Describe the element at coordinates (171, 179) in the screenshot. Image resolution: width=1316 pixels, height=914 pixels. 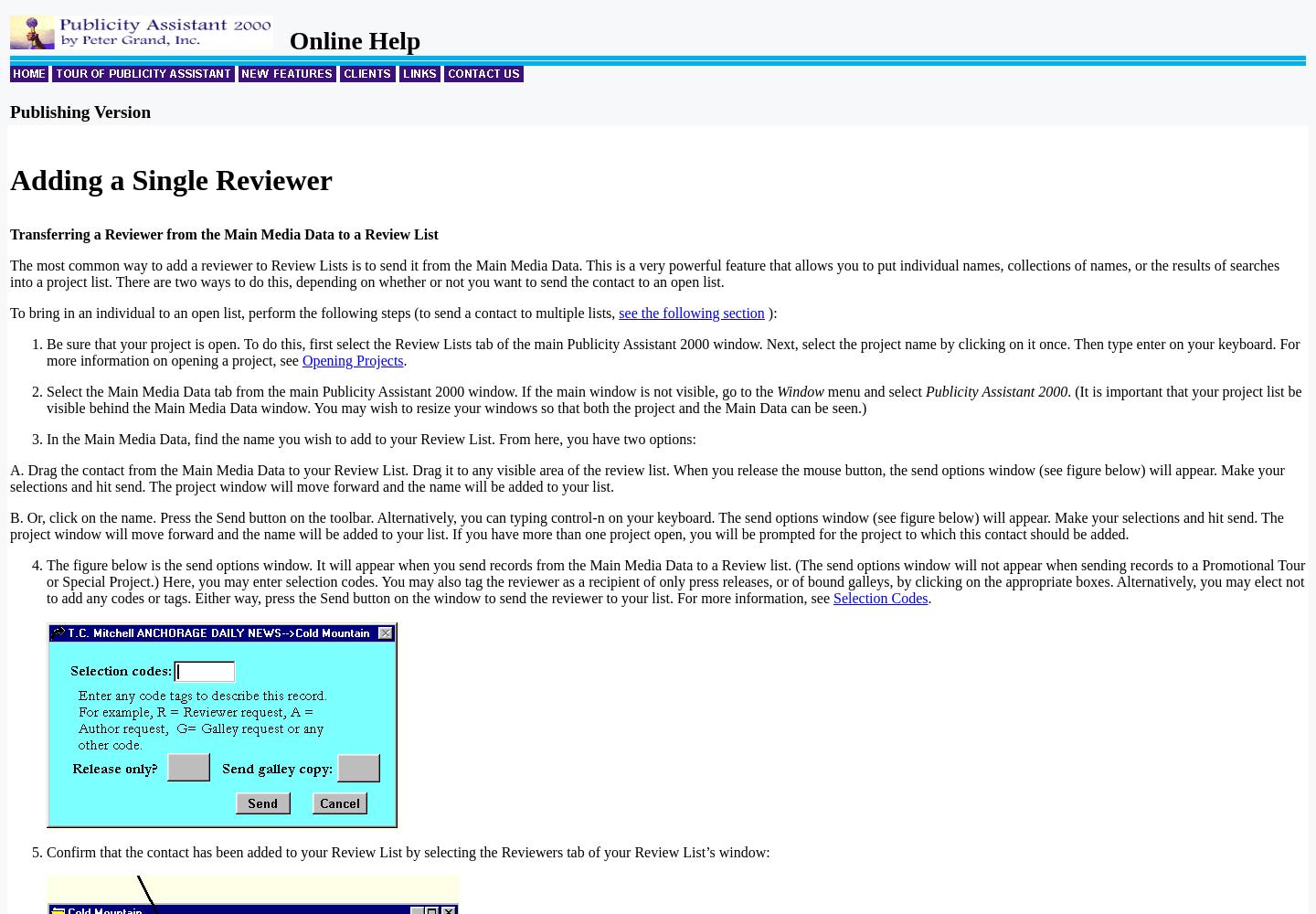
I see `'Adding a Single Reviewer'` at that location.